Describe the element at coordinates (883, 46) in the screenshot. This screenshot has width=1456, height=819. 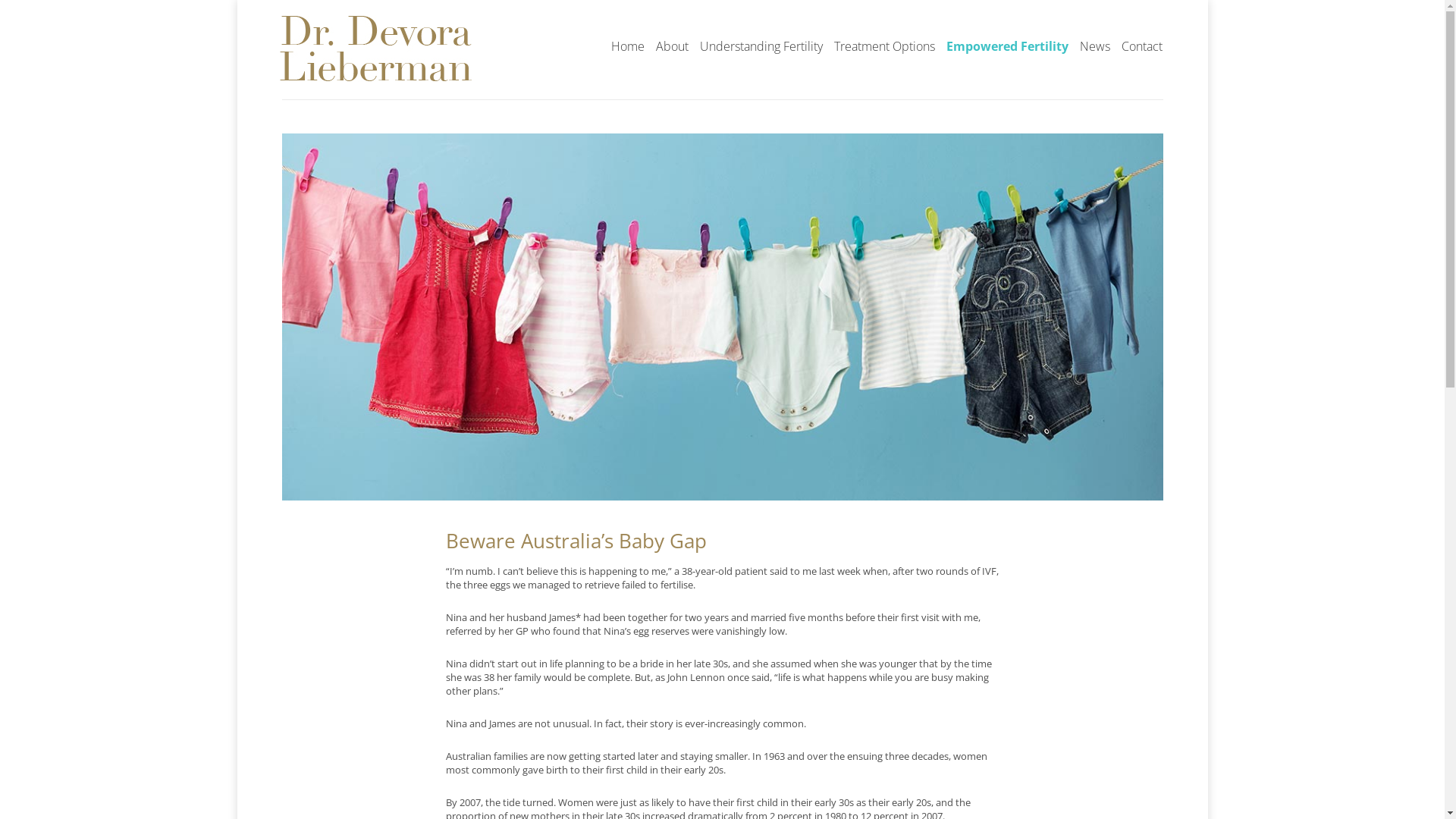
I see `'Treatment Options'` at that location.